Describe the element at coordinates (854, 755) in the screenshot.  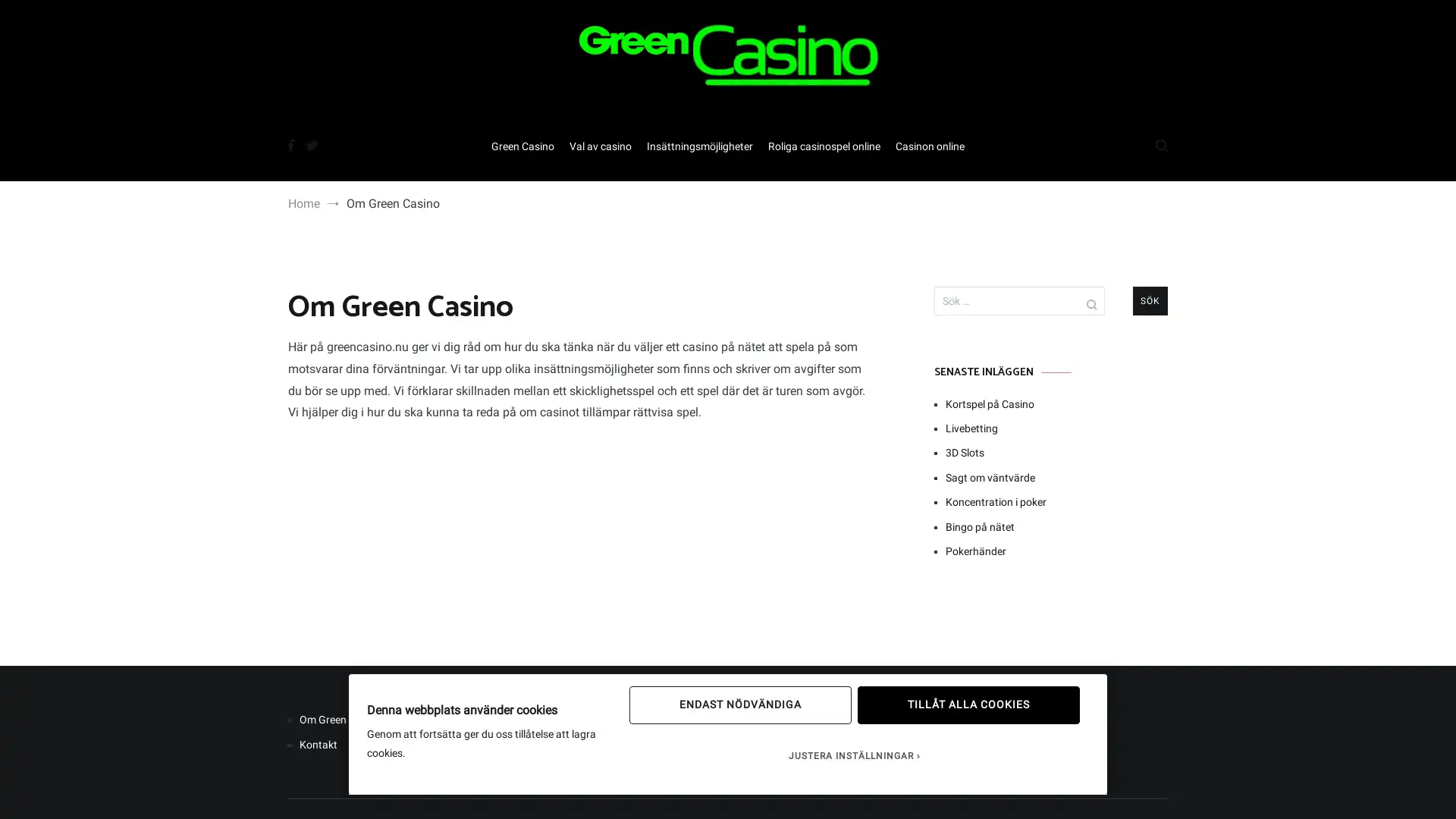
I see `JUSTERA INSTALLNINGAR` at that location.